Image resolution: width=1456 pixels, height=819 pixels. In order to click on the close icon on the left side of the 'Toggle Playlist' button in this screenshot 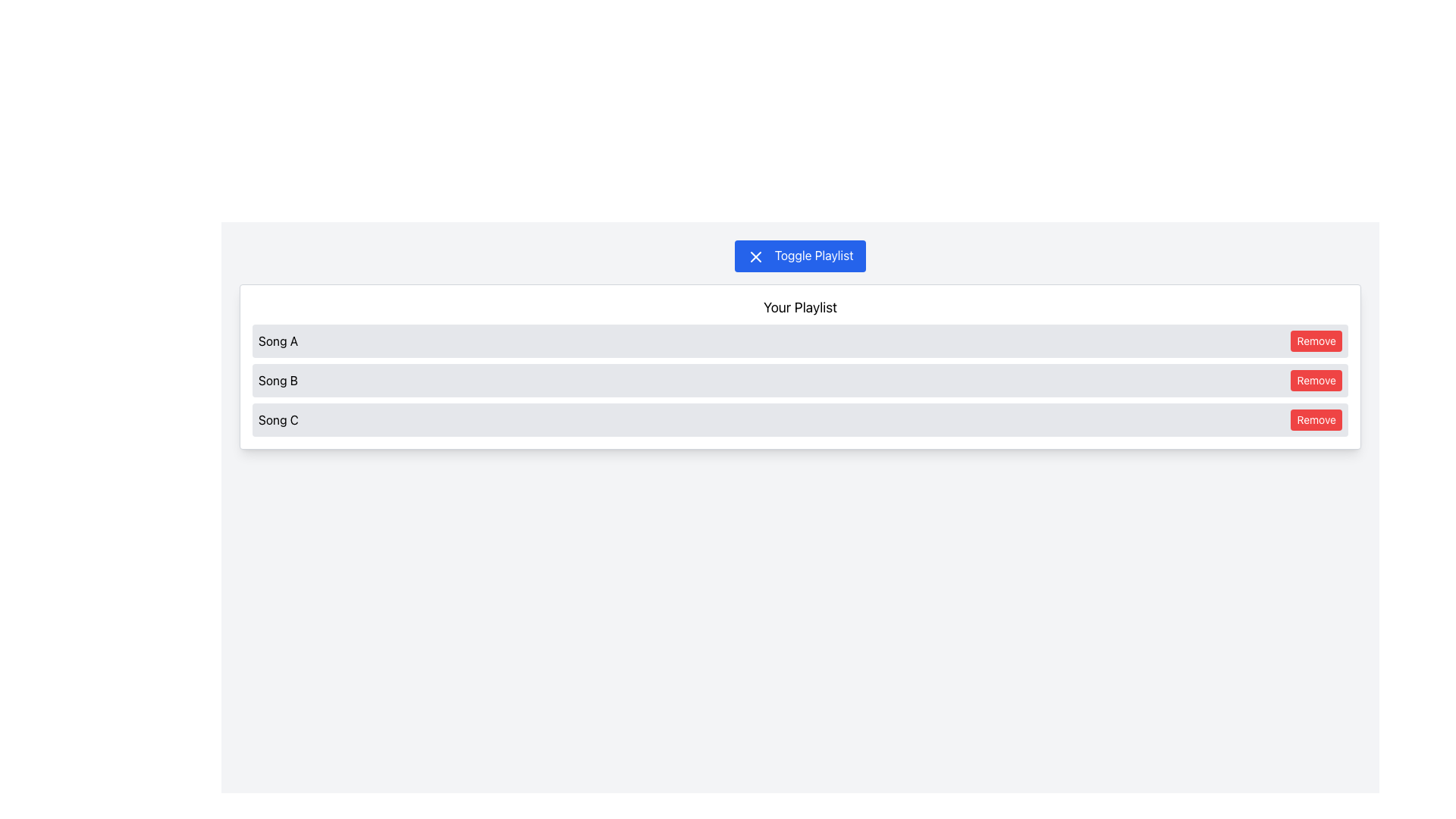, I will do `click(756, 256)`.